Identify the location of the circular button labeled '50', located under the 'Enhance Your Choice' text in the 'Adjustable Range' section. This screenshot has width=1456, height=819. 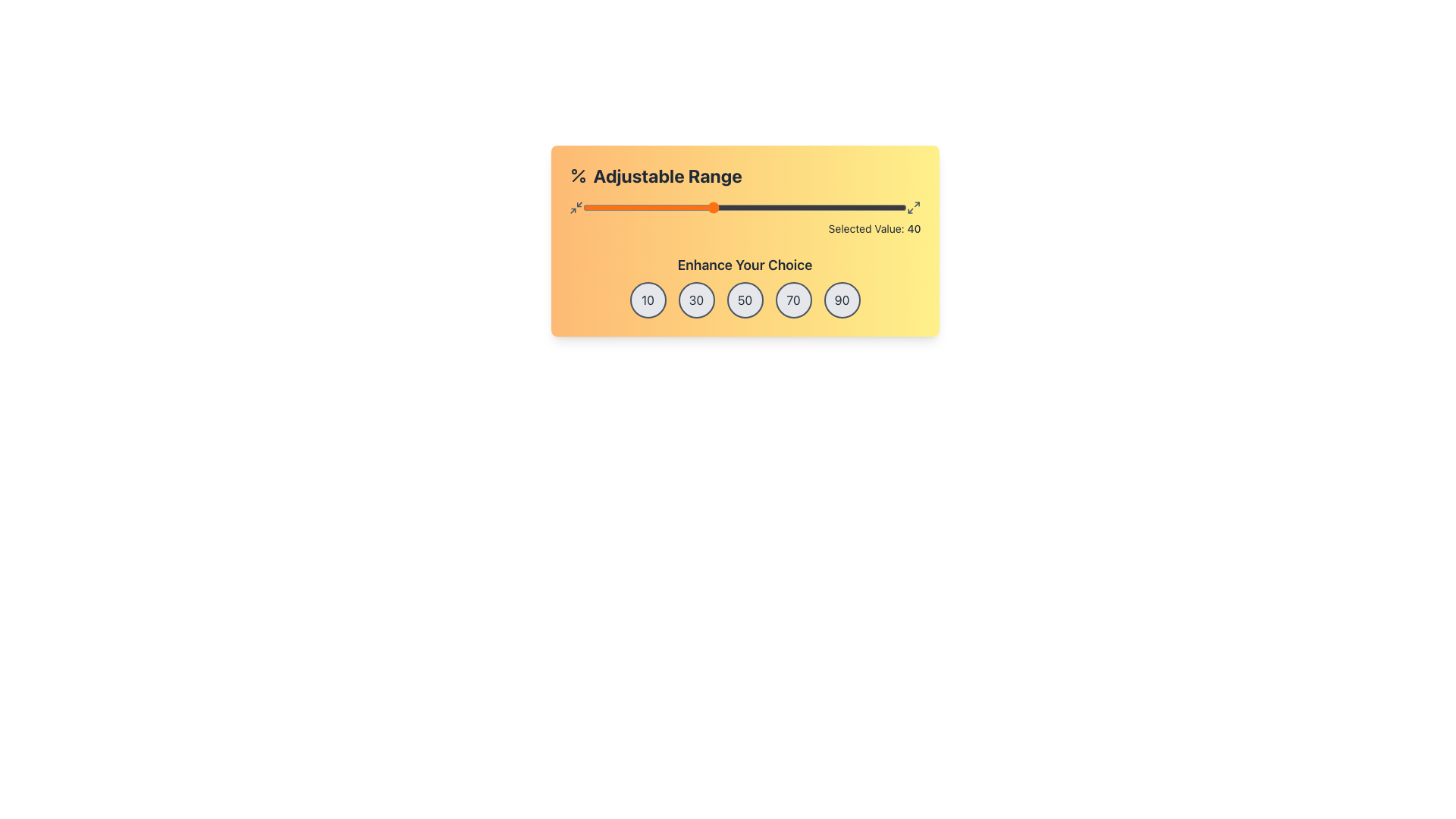
(745, 287).